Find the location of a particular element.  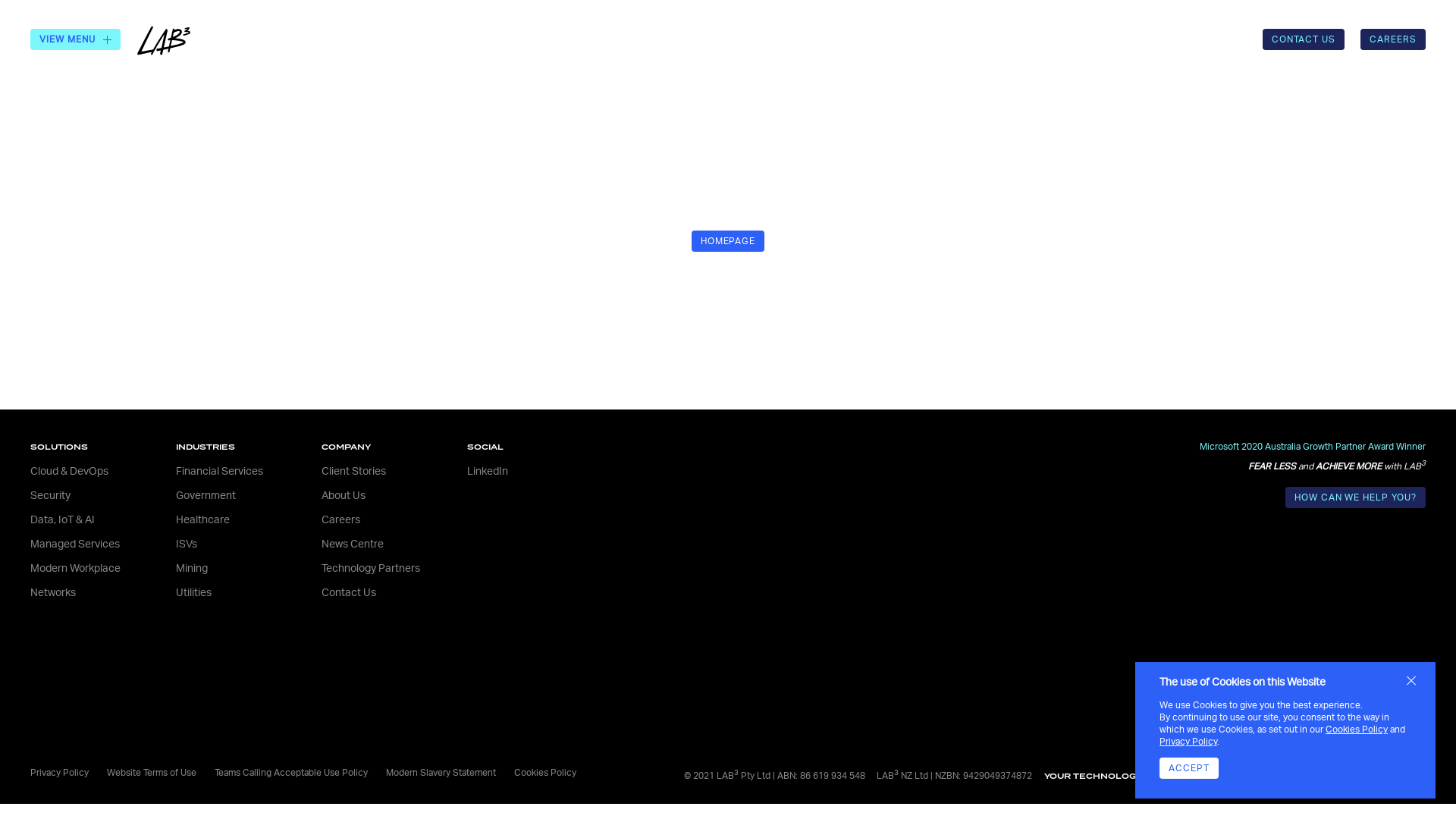

'Privacy Policy' is located at coordinates (59, 772).